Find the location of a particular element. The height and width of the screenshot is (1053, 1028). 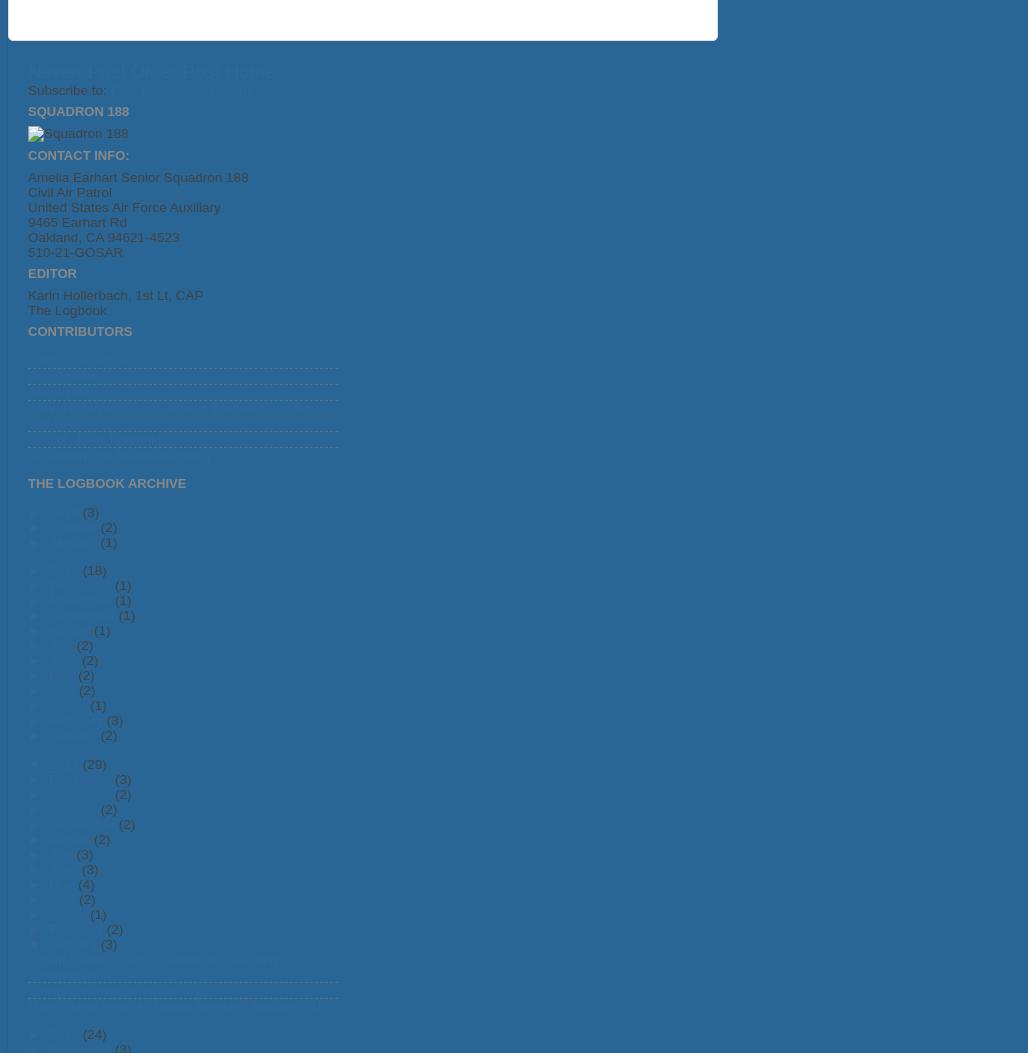

'9465 Earhart Rd' is located at coordinates (76, 221).